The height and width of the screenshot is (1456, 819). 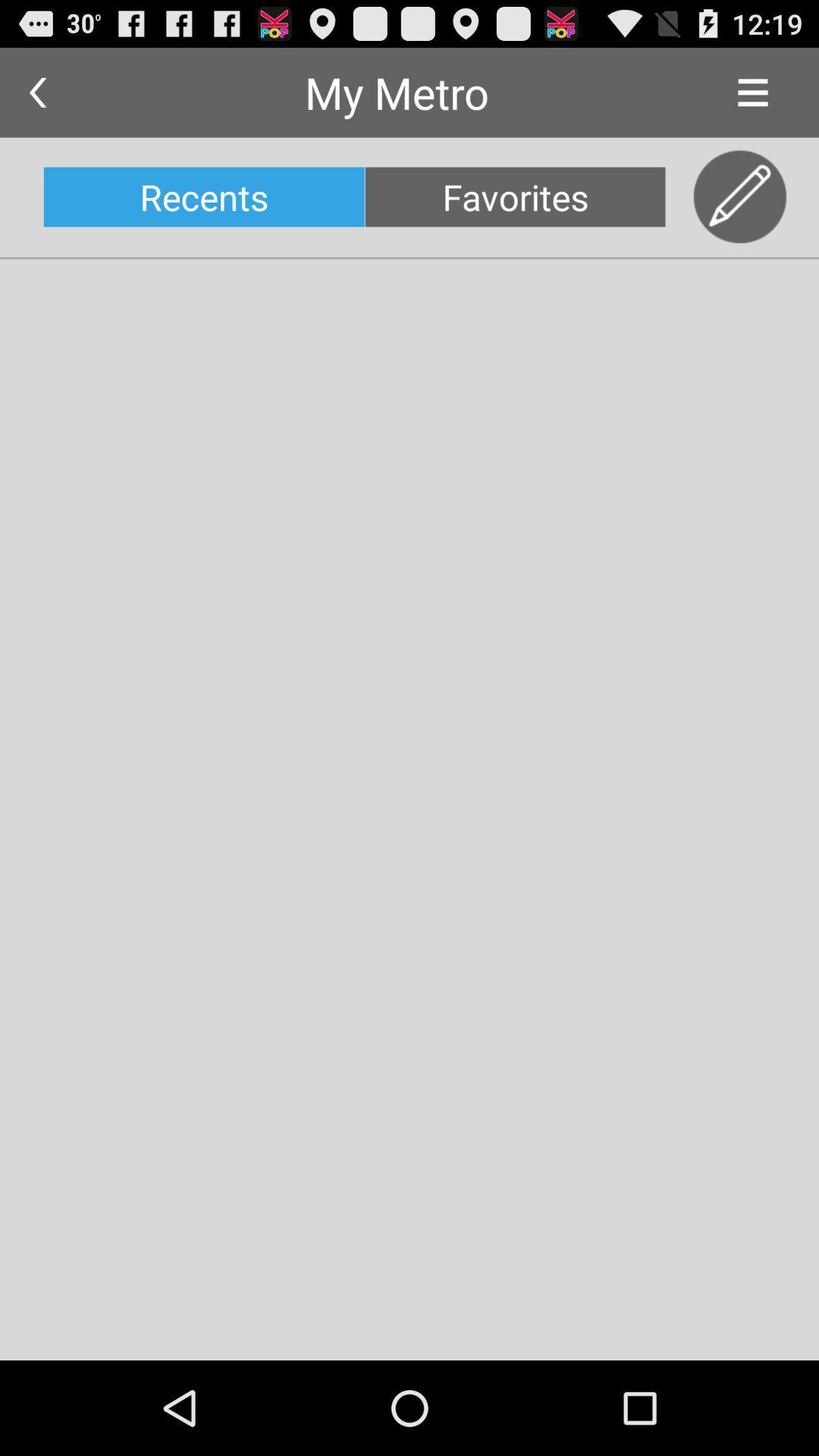 I want to click on the app to the right of the favorites item, so click(x=739, y=196).